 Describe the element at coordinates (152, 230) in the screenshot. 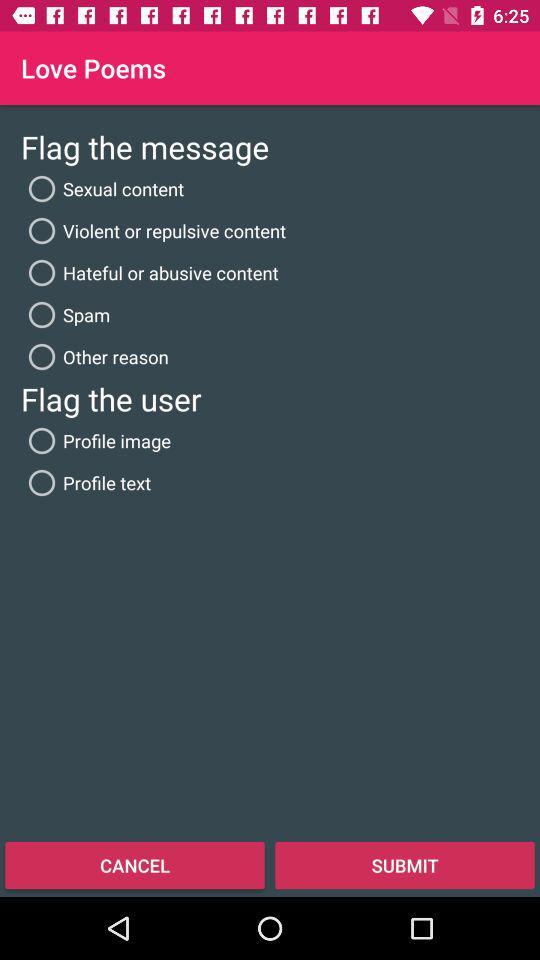

I see `violent or repulsive radio button` at that location.